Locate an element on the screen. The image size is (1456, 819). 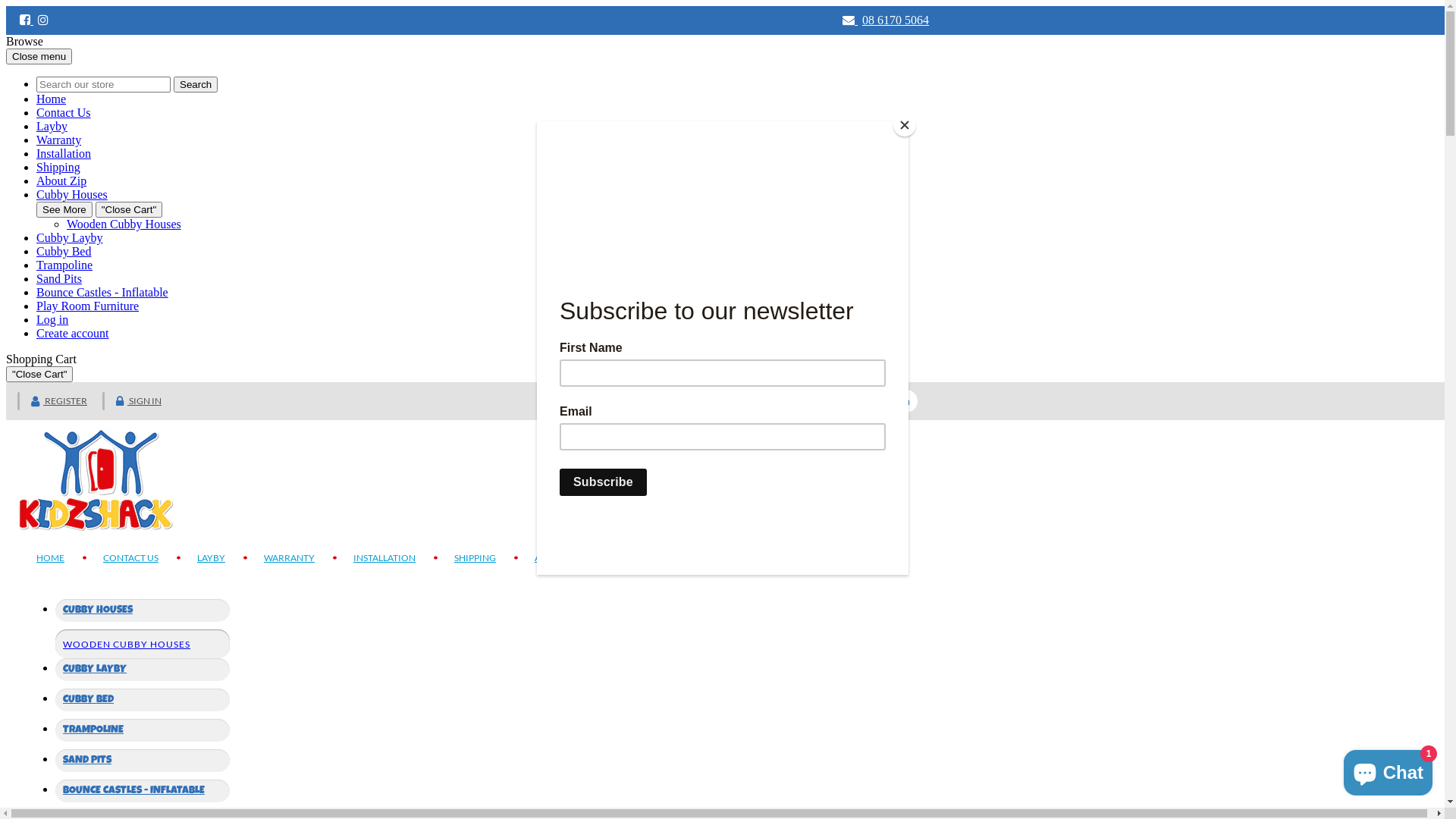
'TRAMPOLINE' is located at coordinates (142, 730).